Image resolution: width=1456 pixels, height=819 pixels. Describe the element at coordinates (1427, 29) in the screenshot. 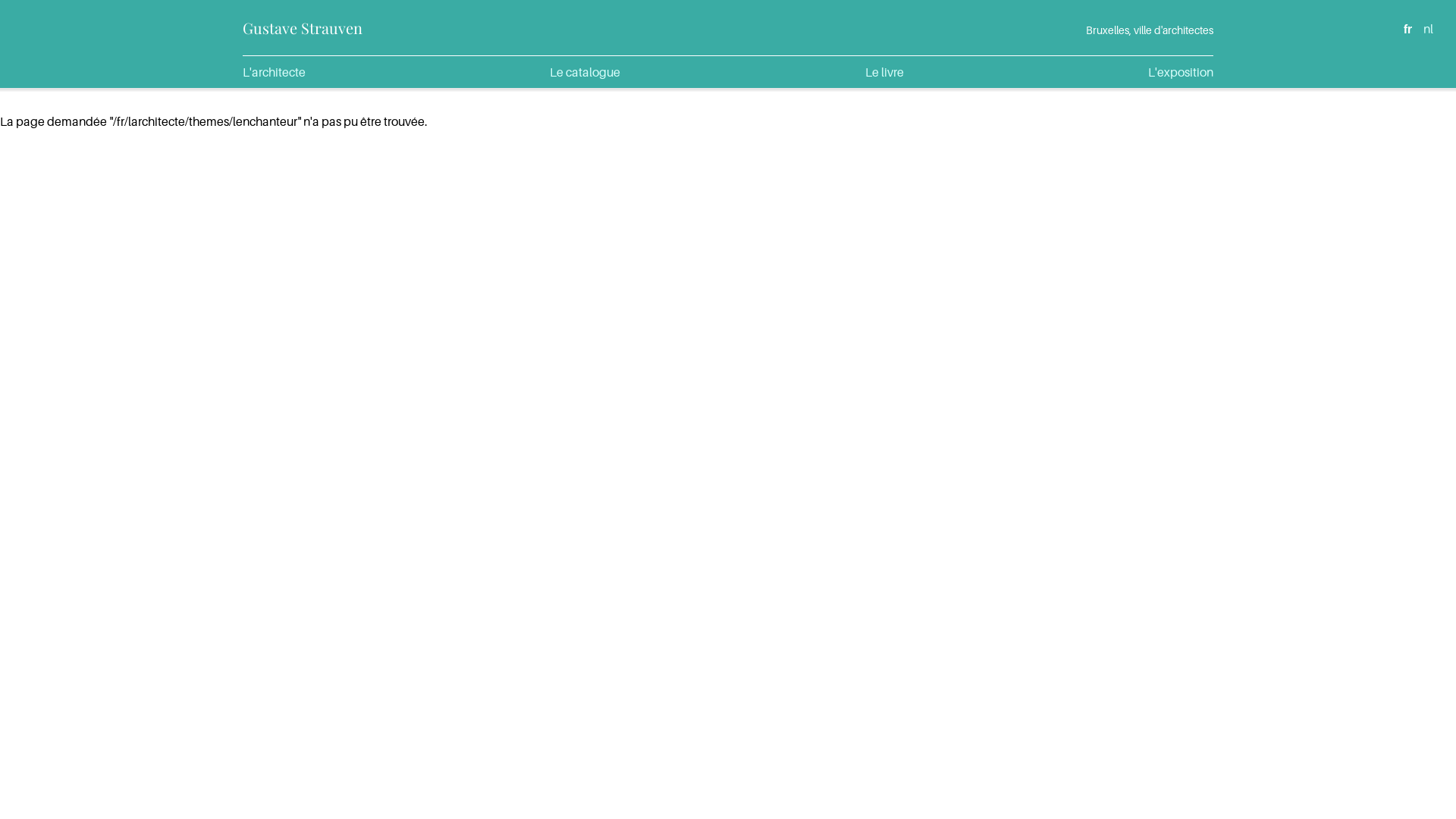

I see `'nl'` at that location.